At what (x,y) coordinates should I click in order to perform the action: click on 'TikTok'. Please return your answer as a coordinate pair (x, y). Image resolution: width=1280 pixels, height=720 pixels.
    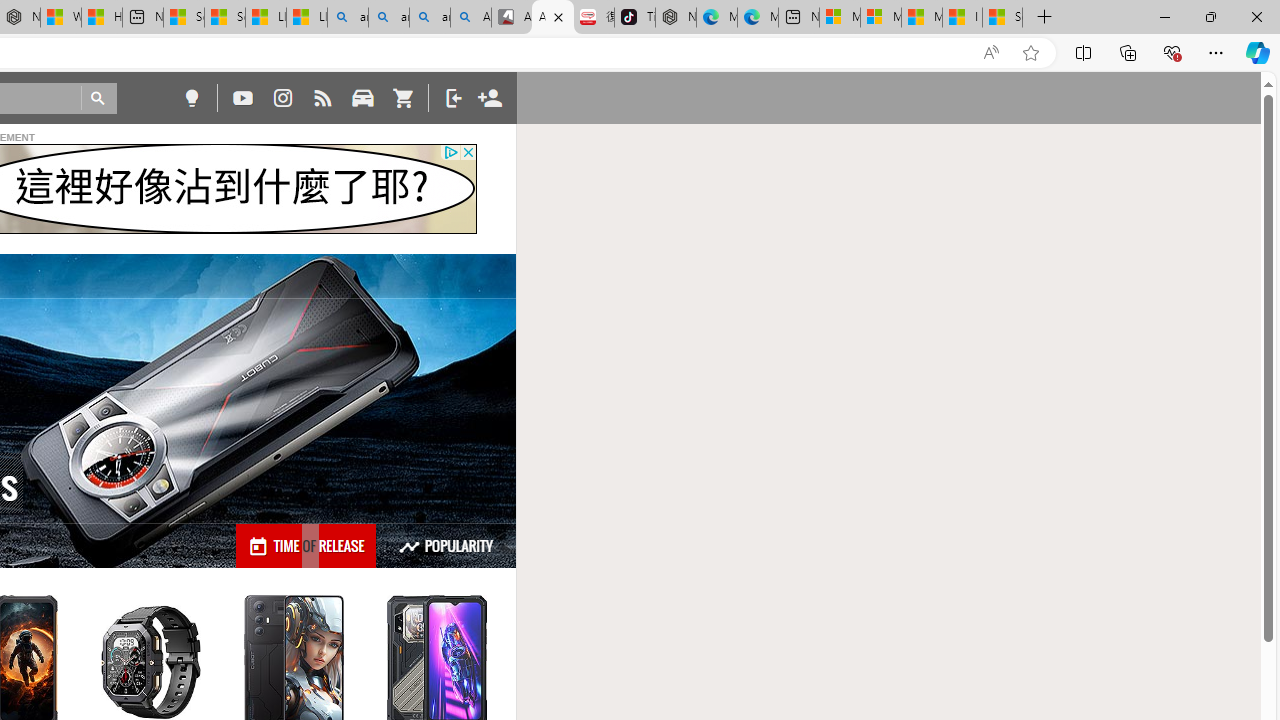
    Looking at the image, I should click on (633, 17).